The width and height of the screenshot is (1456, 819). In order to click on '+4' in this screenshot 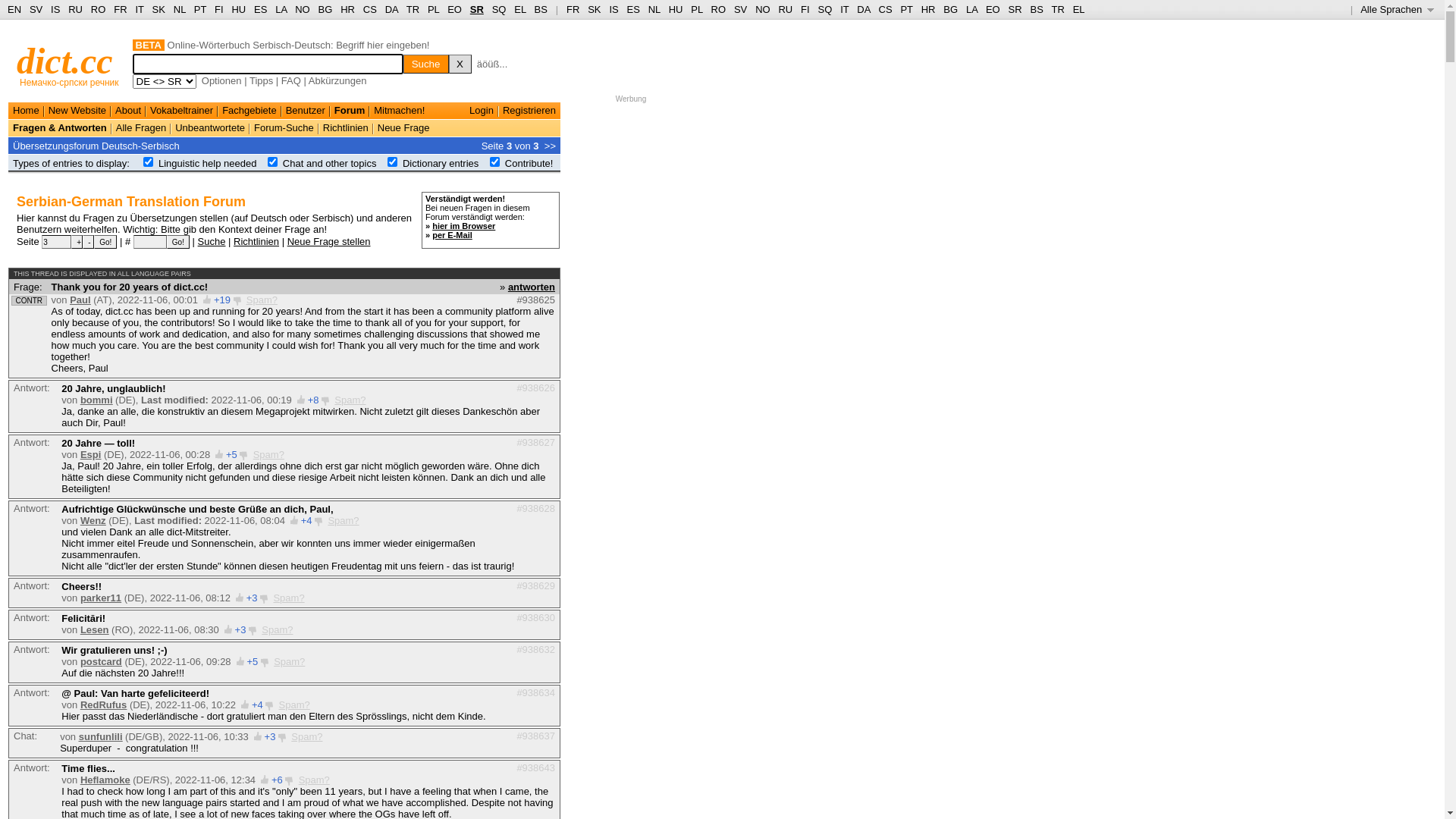, I will do `click(301, 519)`.